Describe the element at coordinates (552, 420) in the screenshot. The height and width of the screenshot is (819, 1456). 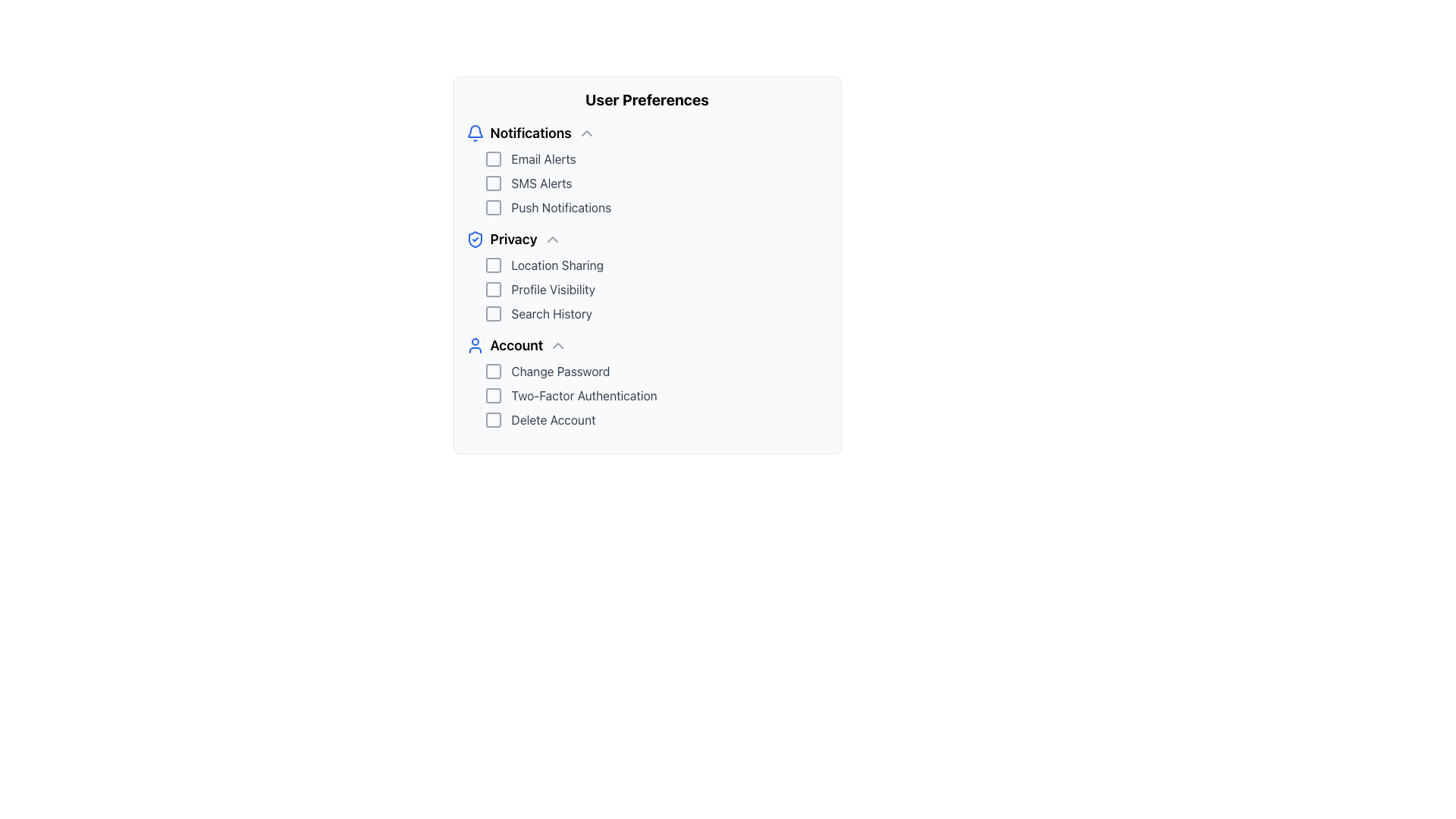
I see `the 'Delete Account' text label, which is styled with gray text color and positioned horizontally within the 'Account' preferences section, below the 'Two-Factor Authentication' option` at that location.